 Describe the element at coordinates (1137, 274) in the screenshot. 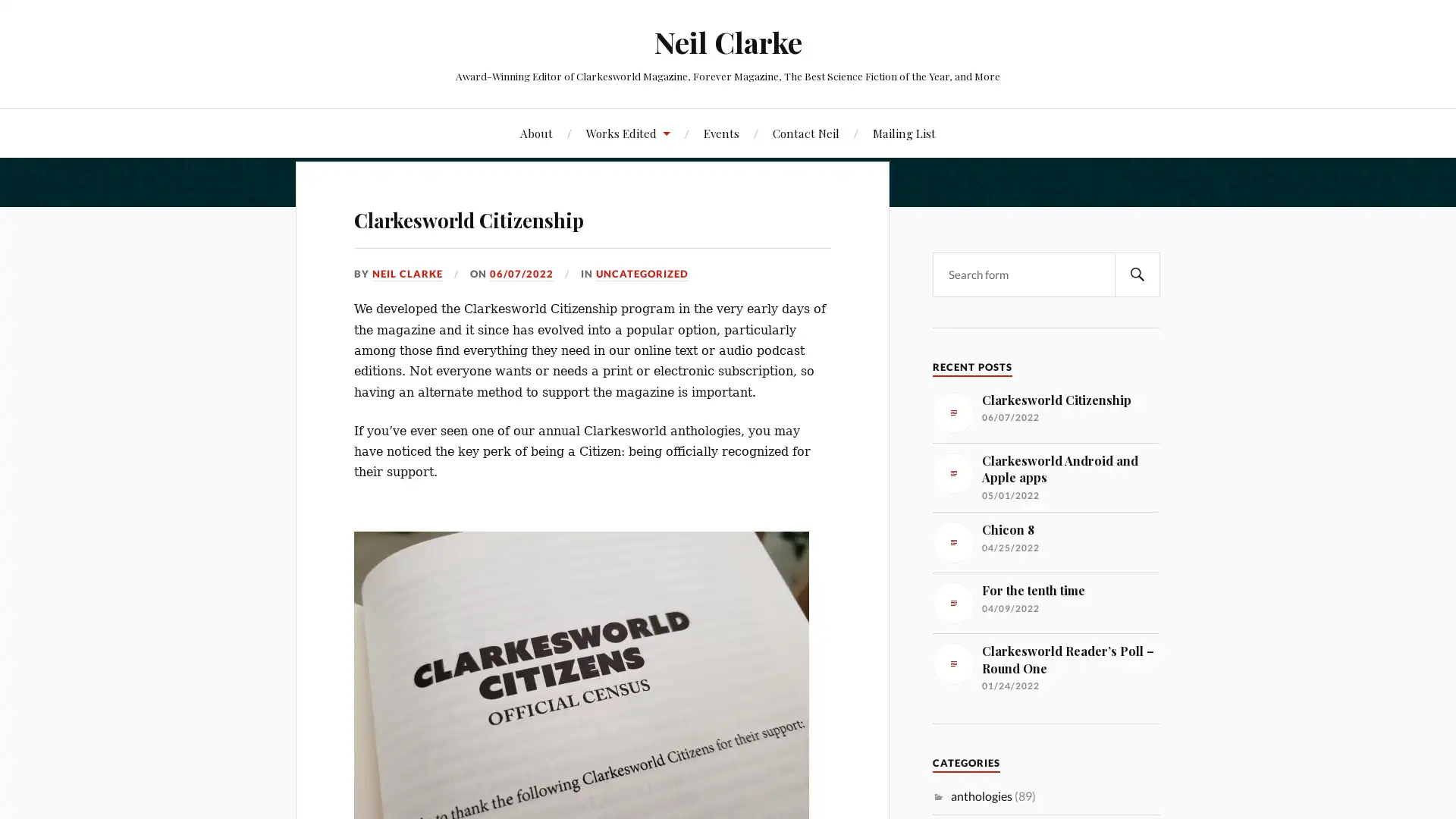

I see `SEARCH` at that location.